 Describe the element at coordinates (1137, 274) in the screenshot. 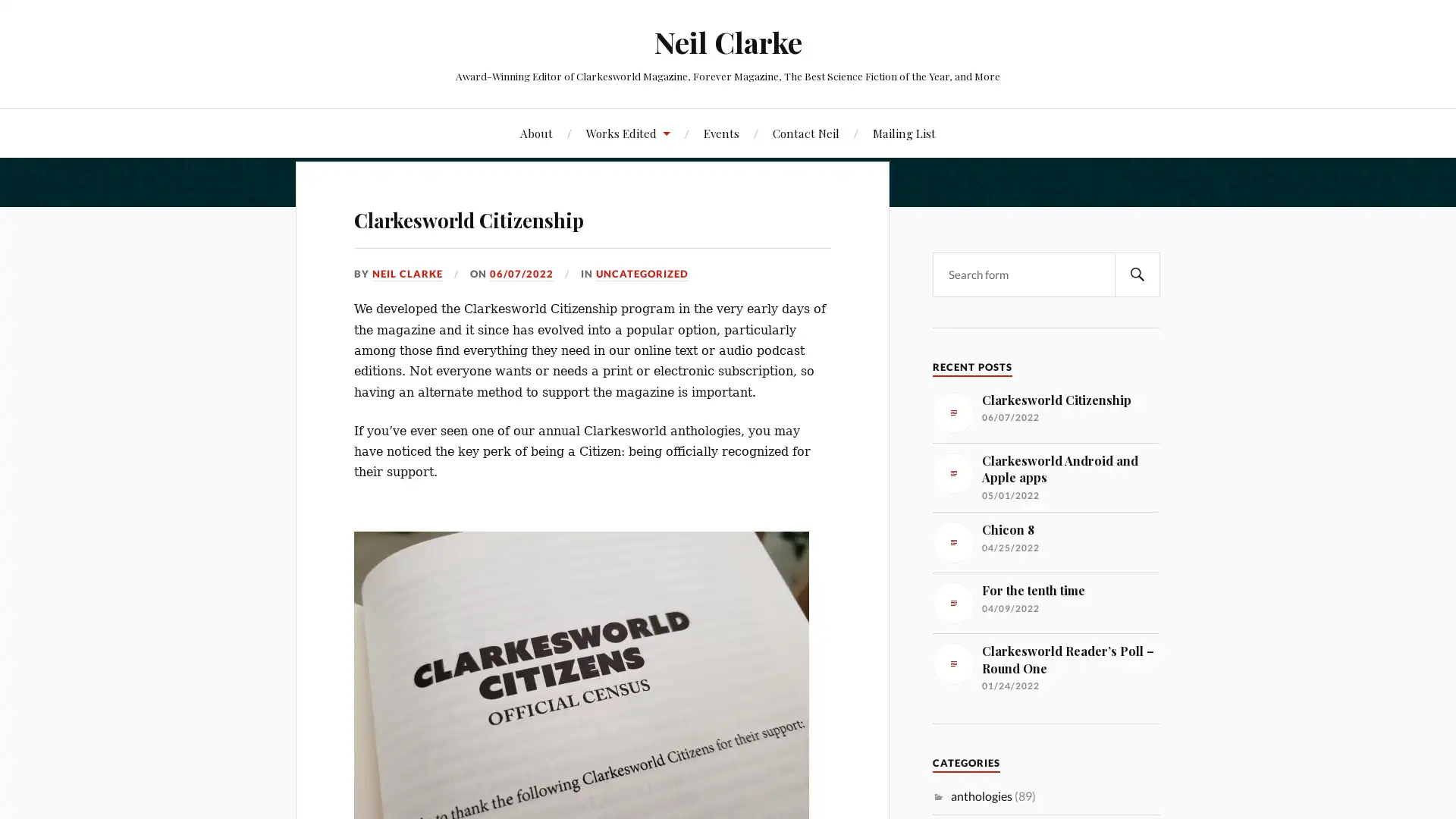

I see `SEARCH` at that location.